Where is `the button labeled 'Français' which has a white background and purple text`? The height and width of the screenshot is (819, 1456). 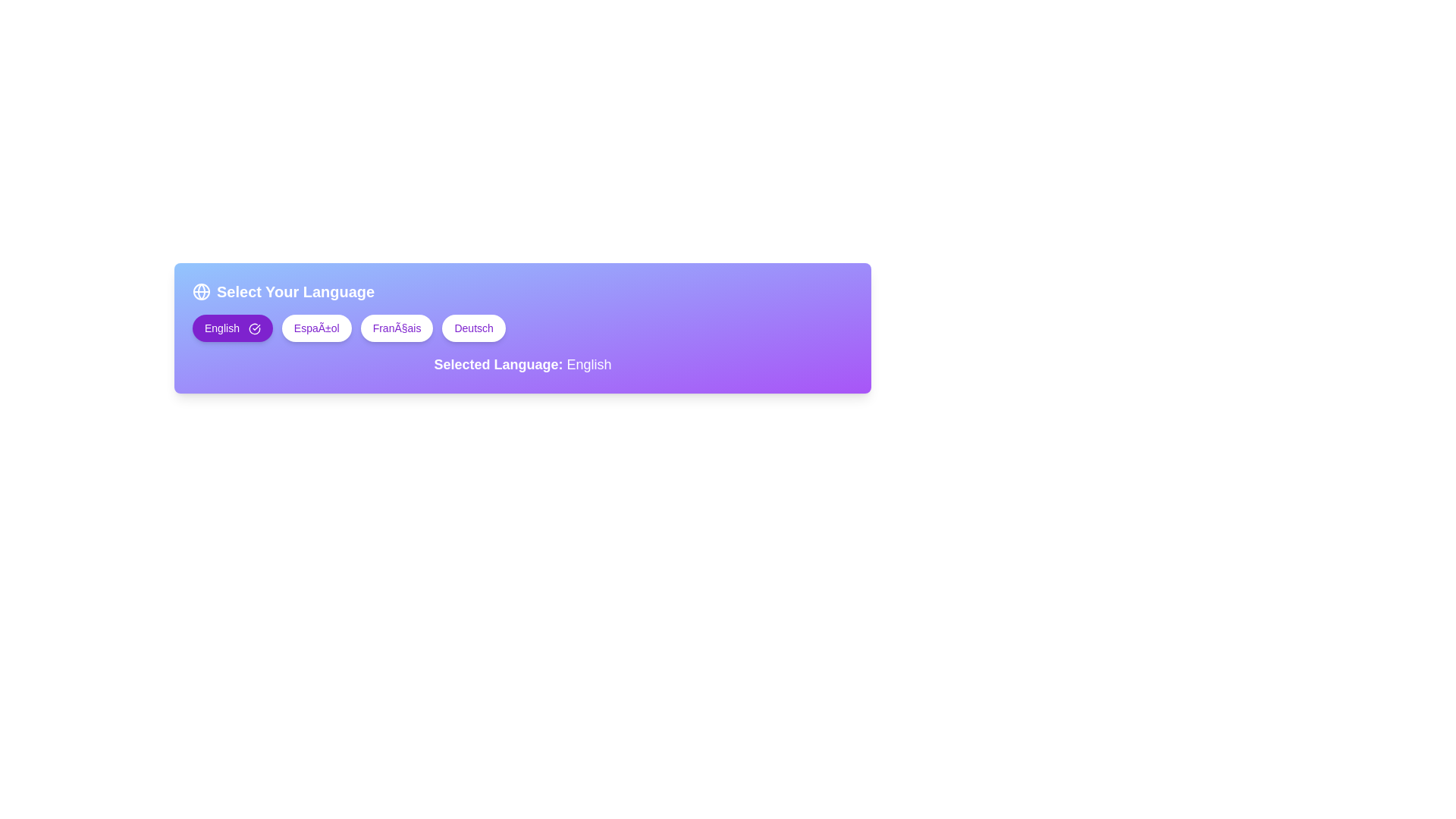 the button labeled 'Français' which has a white background and purple text is located at coordinates (397, 327).